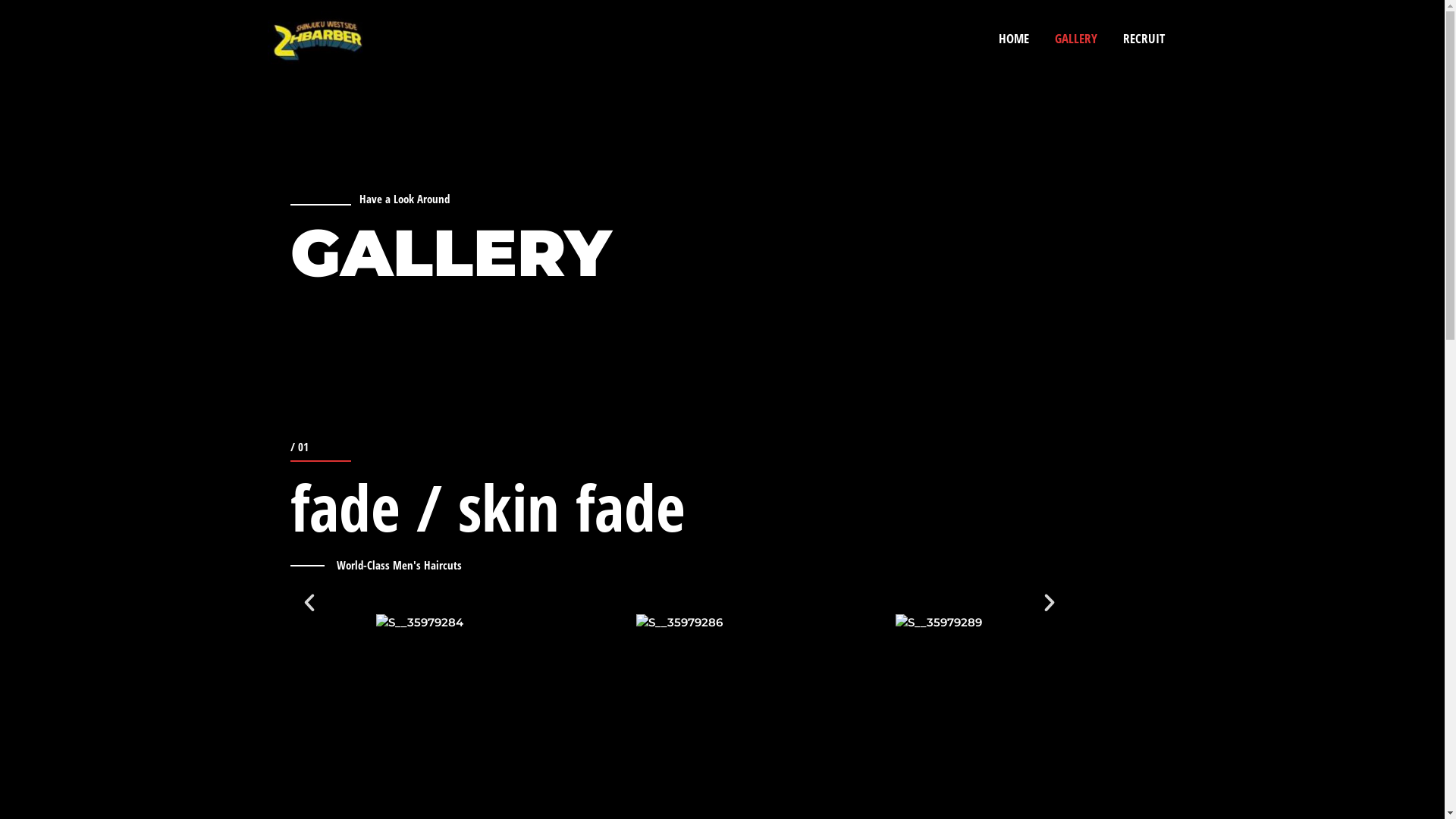  I want to click on 'HOME', so click(1014, 37).